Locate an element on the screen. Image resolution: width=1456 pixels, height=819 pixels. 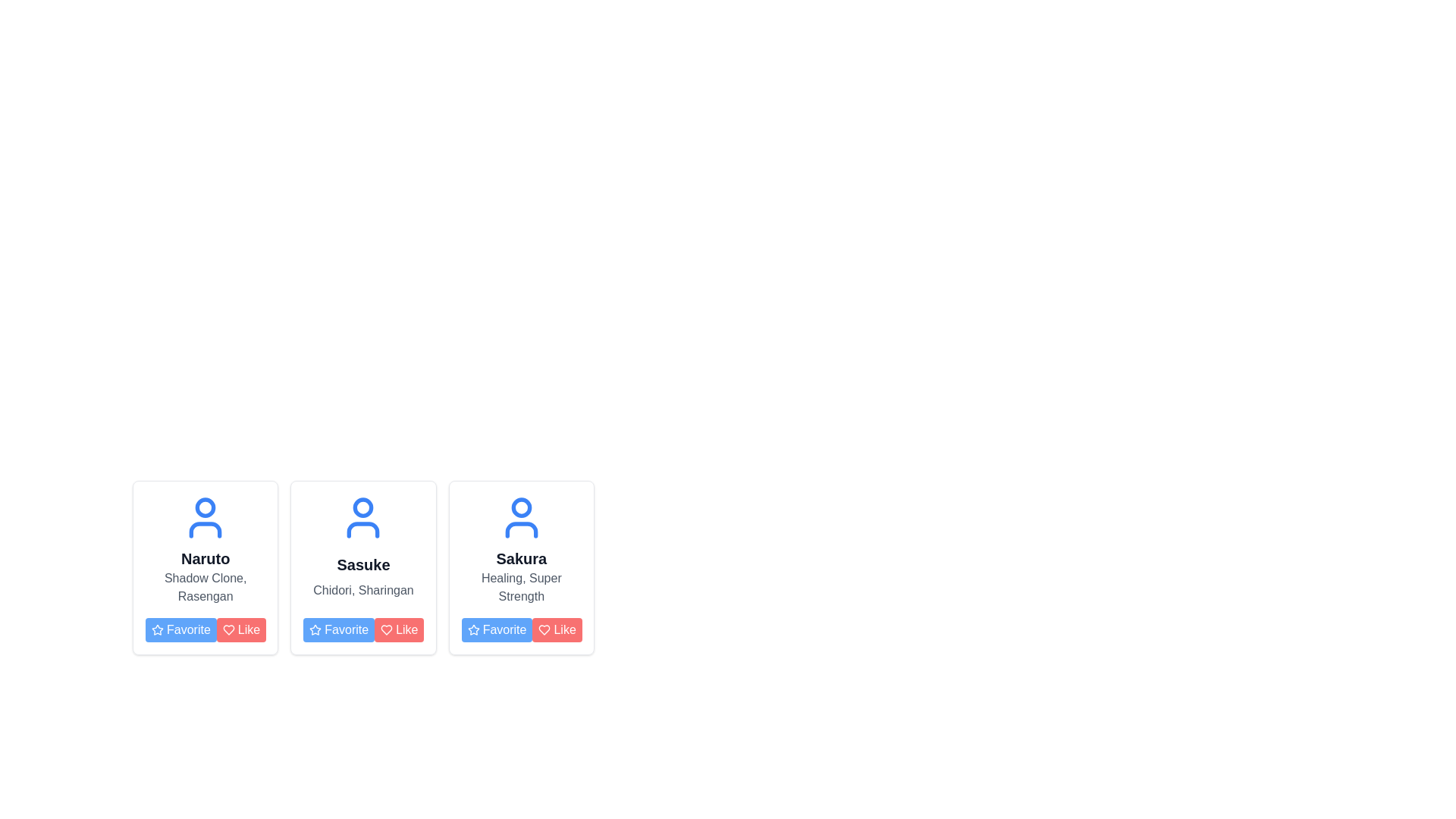
the SVG user profile icon at the top center of the 'Sasuke' card, positioned between the 'Naruto' and 'Sakura' cards is located at coordinates (362, 516).